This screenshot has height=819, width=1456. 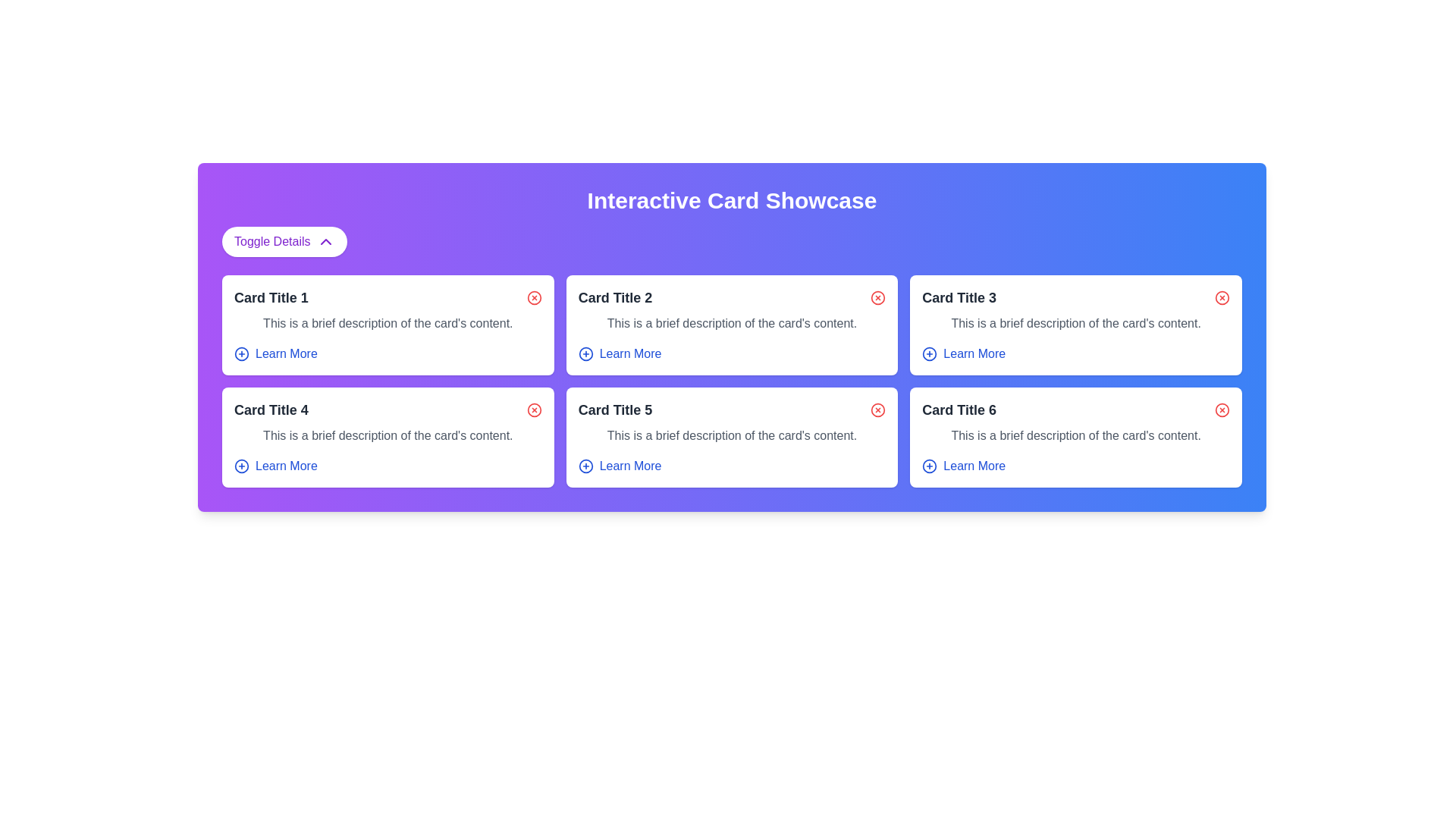 What do you see at coordinates (585, 353) in the screenshot?
I see `the circular graphic icon with a blue border and a plus symbol (+) inside it, located in the 'Learn More' section of 'Card Title 2'` at bounding box center [585, 353].